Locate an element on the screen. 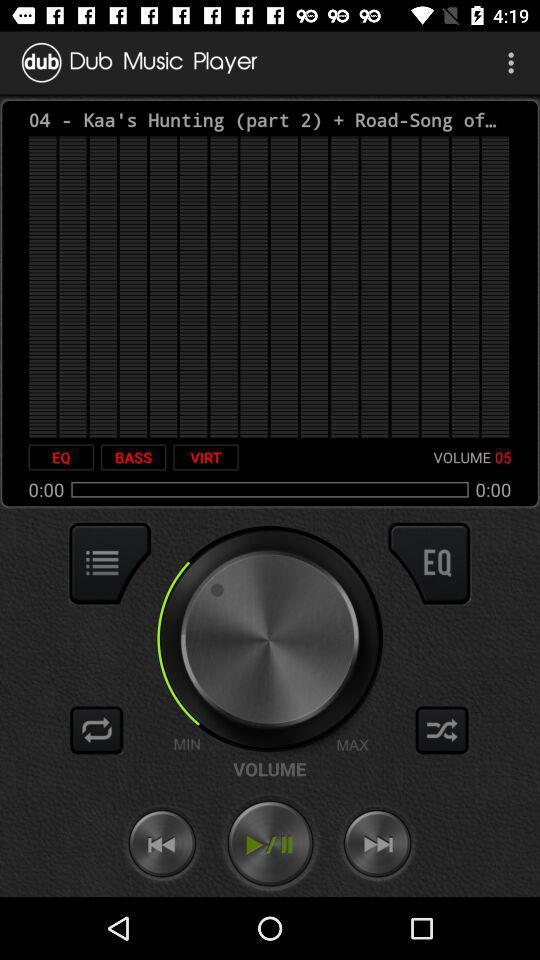 Image resolution: width=540 pixels, height=960 pixels. the shuffle button at the bottom right corner of the page is located at coordinates (442, 729).